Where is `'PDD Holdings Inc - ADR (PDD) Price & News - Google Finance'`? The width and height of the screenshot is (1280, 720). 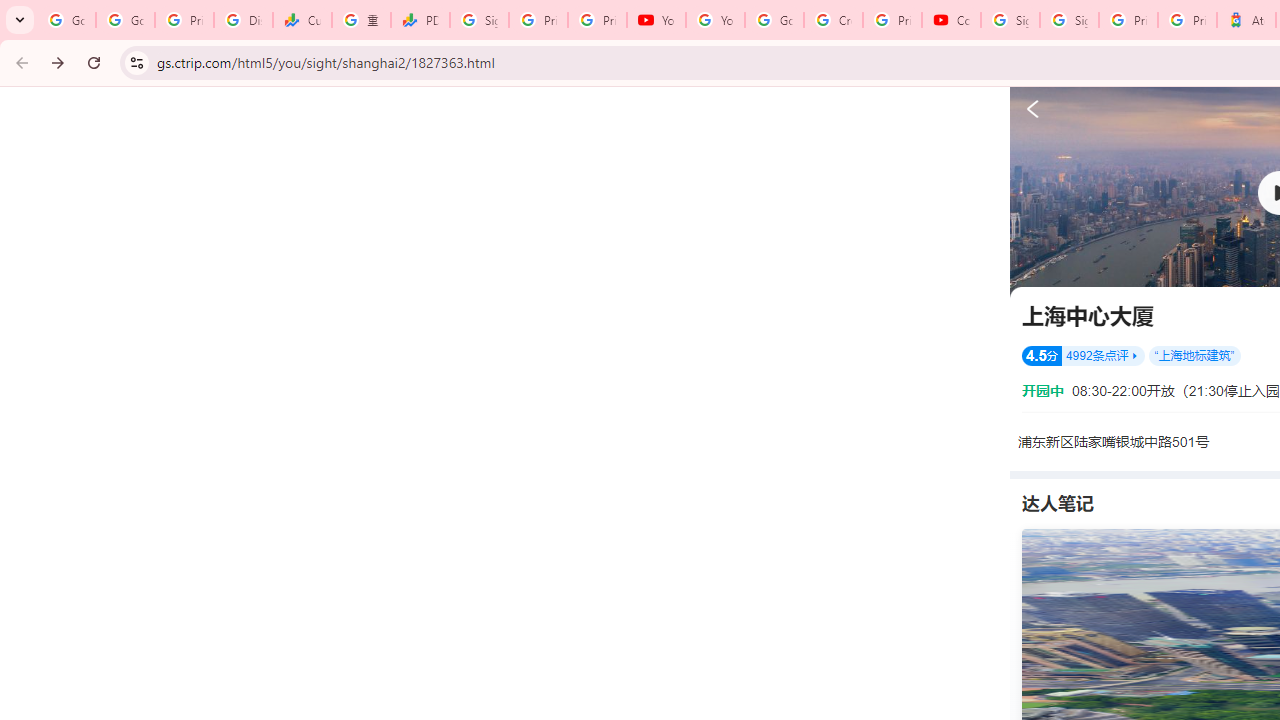 'PDD Holdings Inc - ADR (PDD) Price & News - Google Finance' is located at coordinates (419, 20).